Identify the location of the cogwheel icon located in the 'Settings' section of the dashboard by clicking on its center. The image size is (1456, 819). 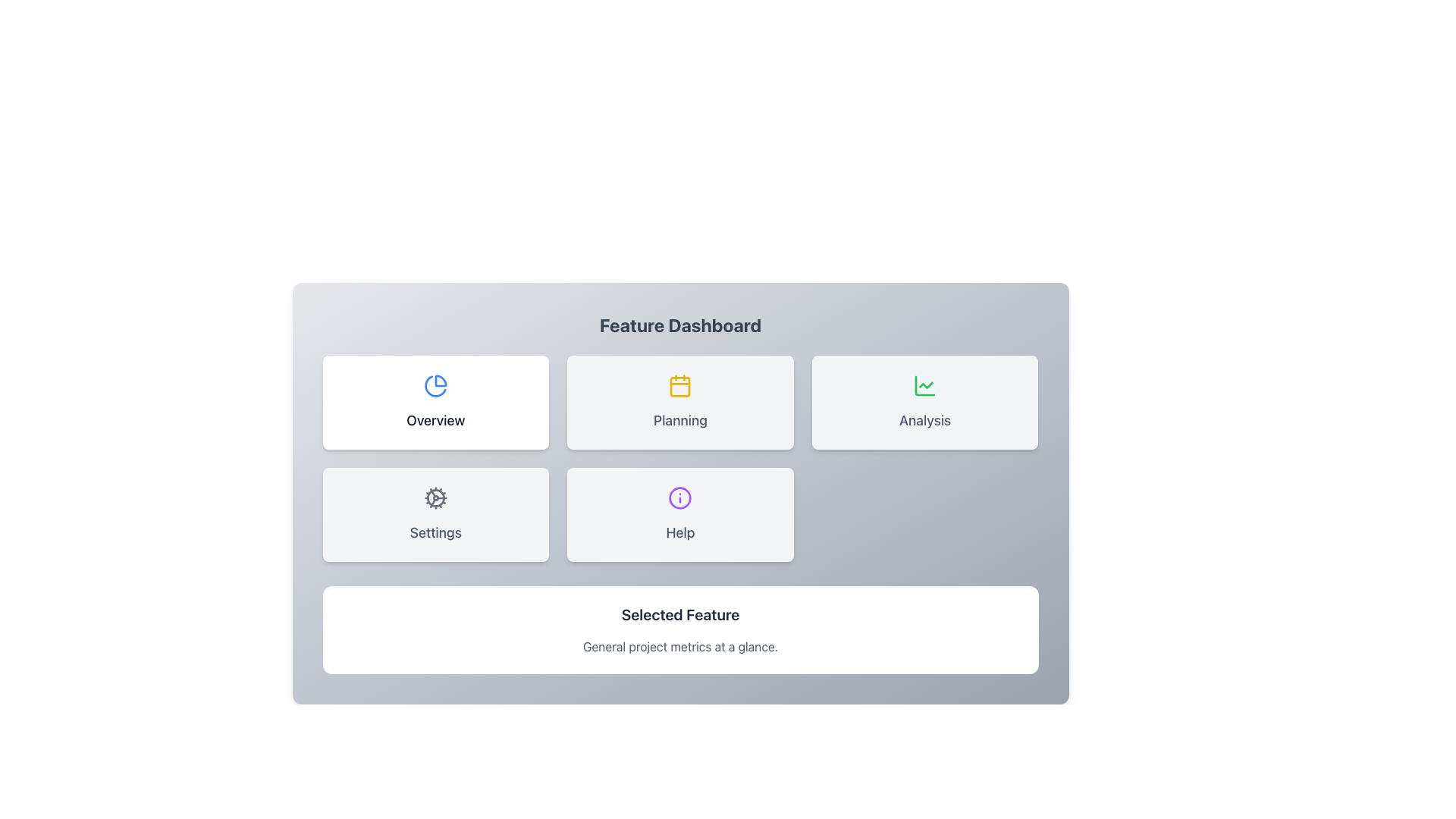
(435, 497).